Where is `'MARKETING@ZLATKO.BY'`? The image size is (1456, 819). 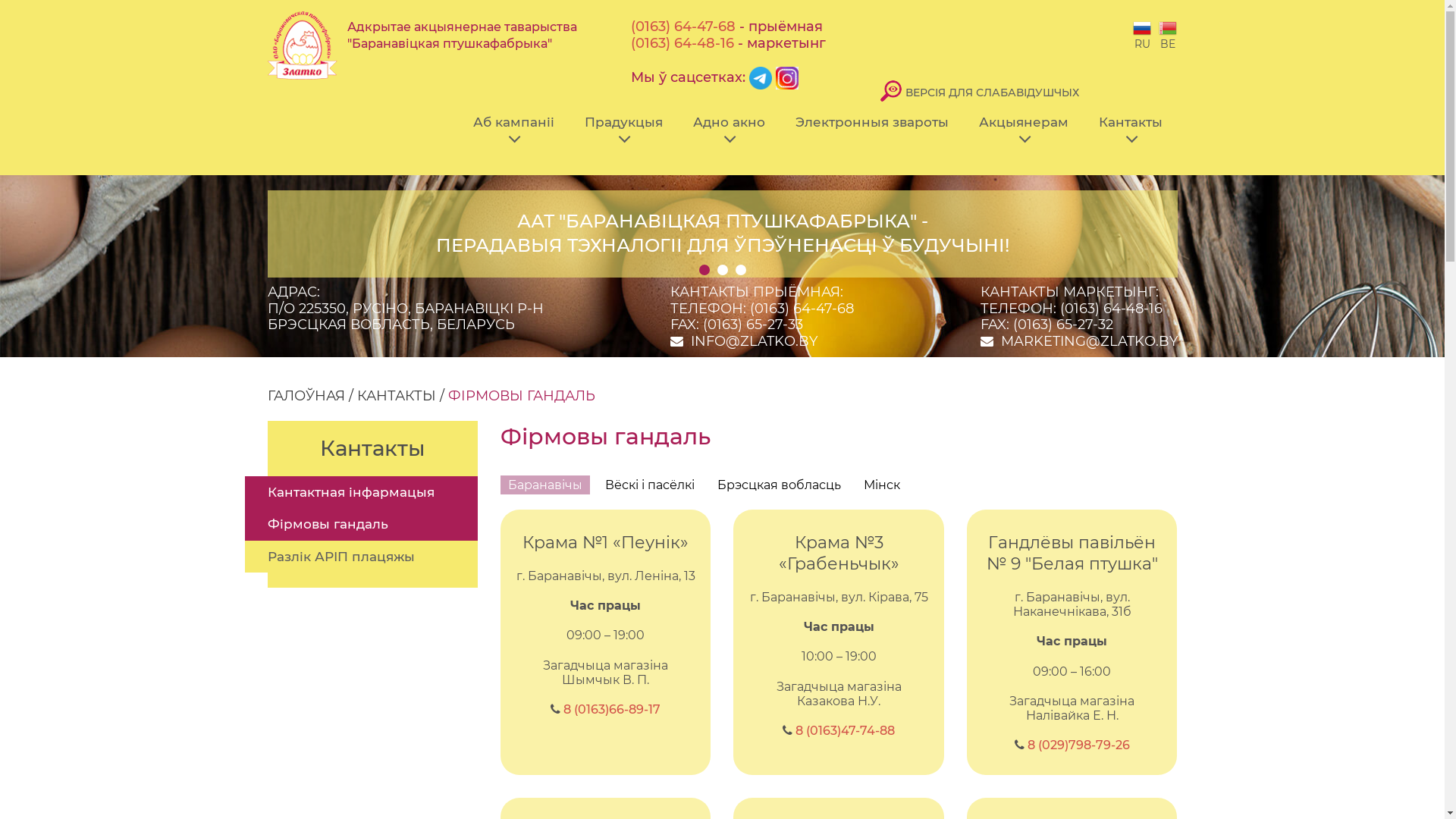
'MARKETING@ZLATKO.BY' is located at coordinates (1001, 341).